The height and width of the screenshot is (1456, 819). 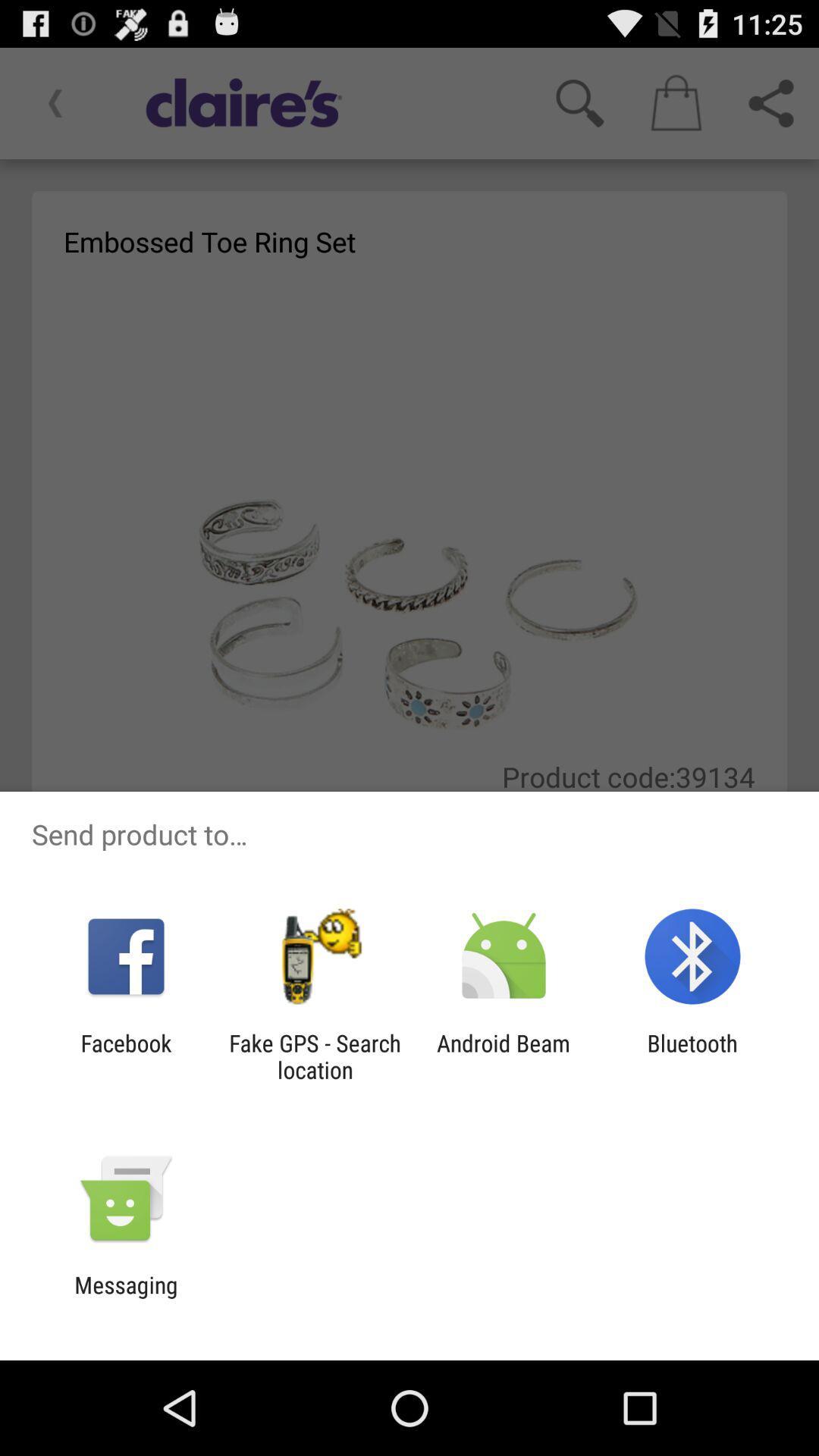 What do you see at coordinates (125, 1298) in the screenshot?
I see `messaging app` at bounding box center [125, 1298].